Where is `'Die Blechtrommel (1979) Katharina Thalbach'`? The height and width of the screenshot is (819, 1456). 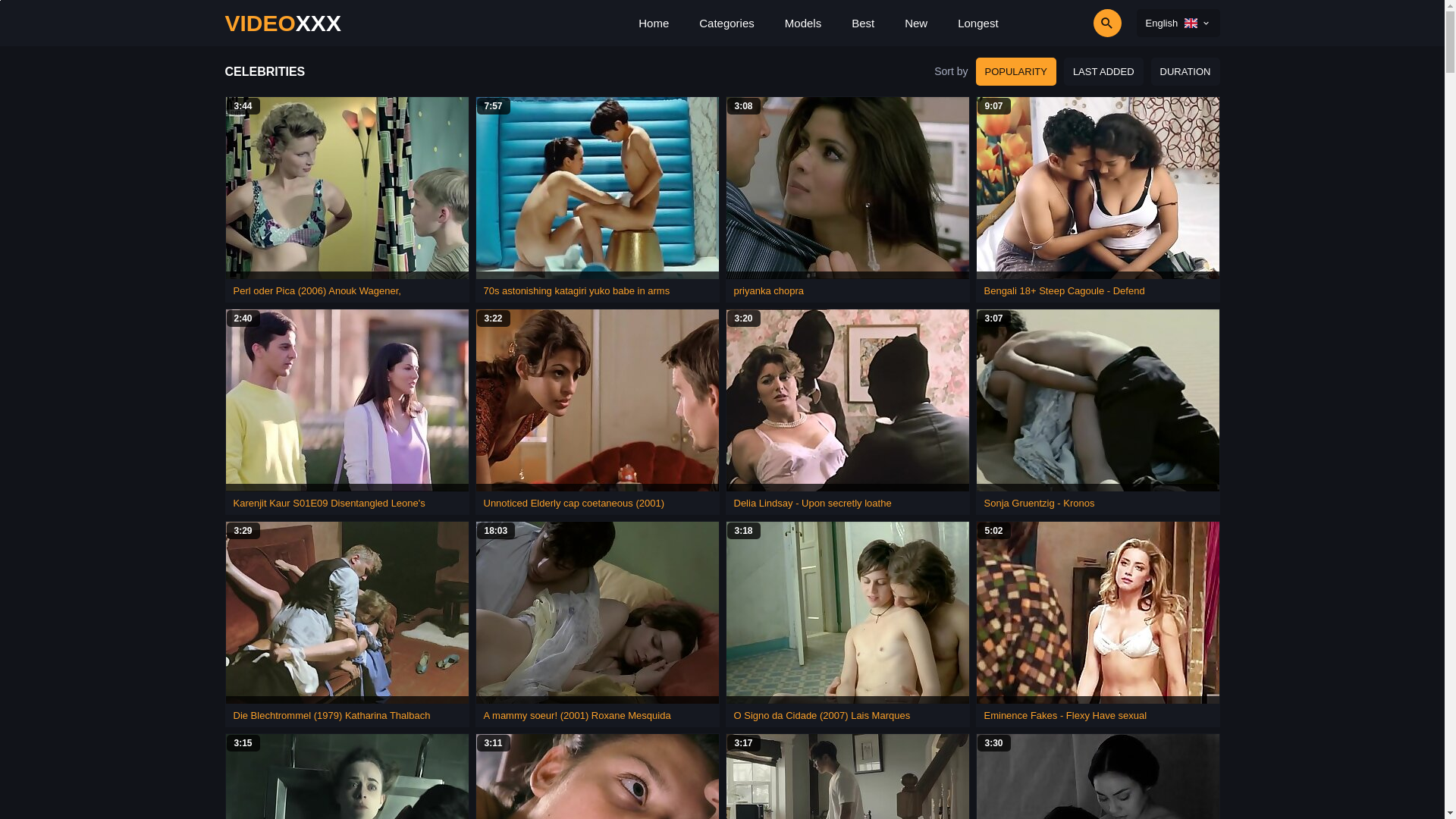 'Die Blechtrommel (1979) Katharina Thalbach' is located at coordinates (331, 715).